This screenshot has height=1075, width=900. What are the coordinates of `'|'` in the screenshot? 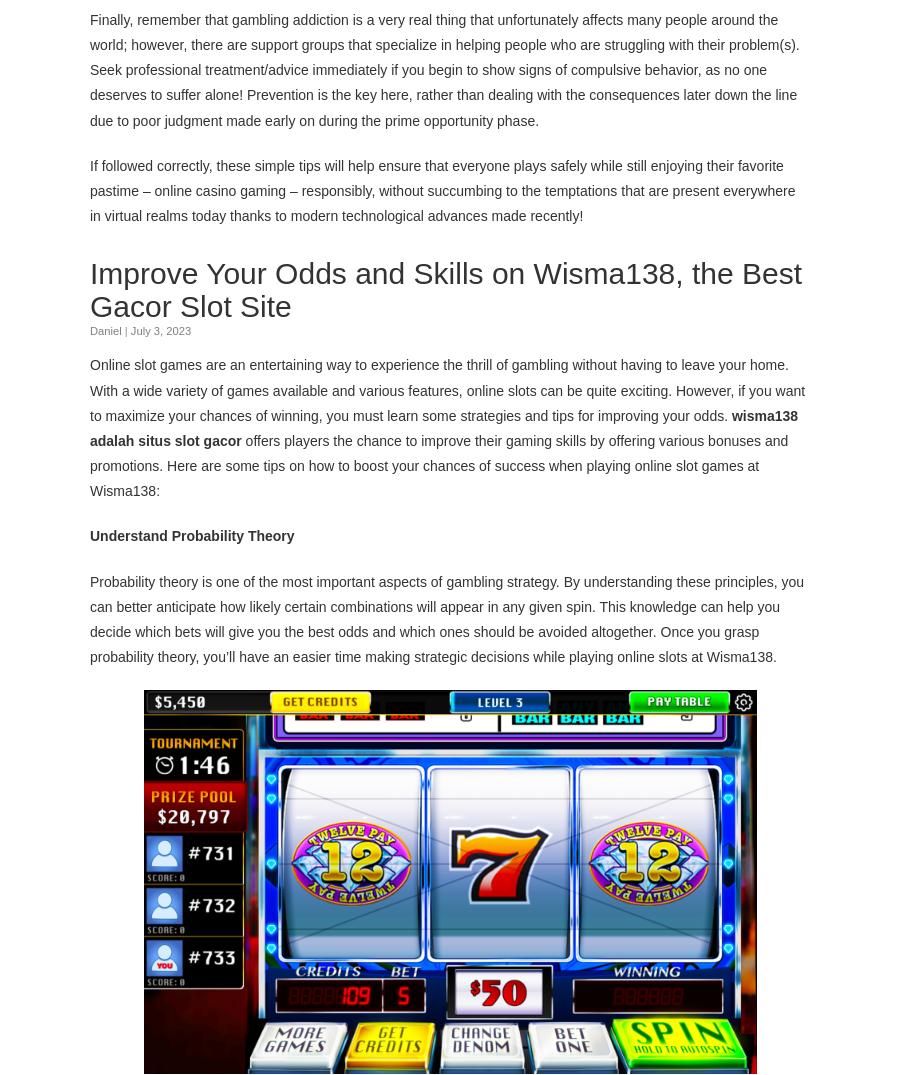 It's located at (124, 329).